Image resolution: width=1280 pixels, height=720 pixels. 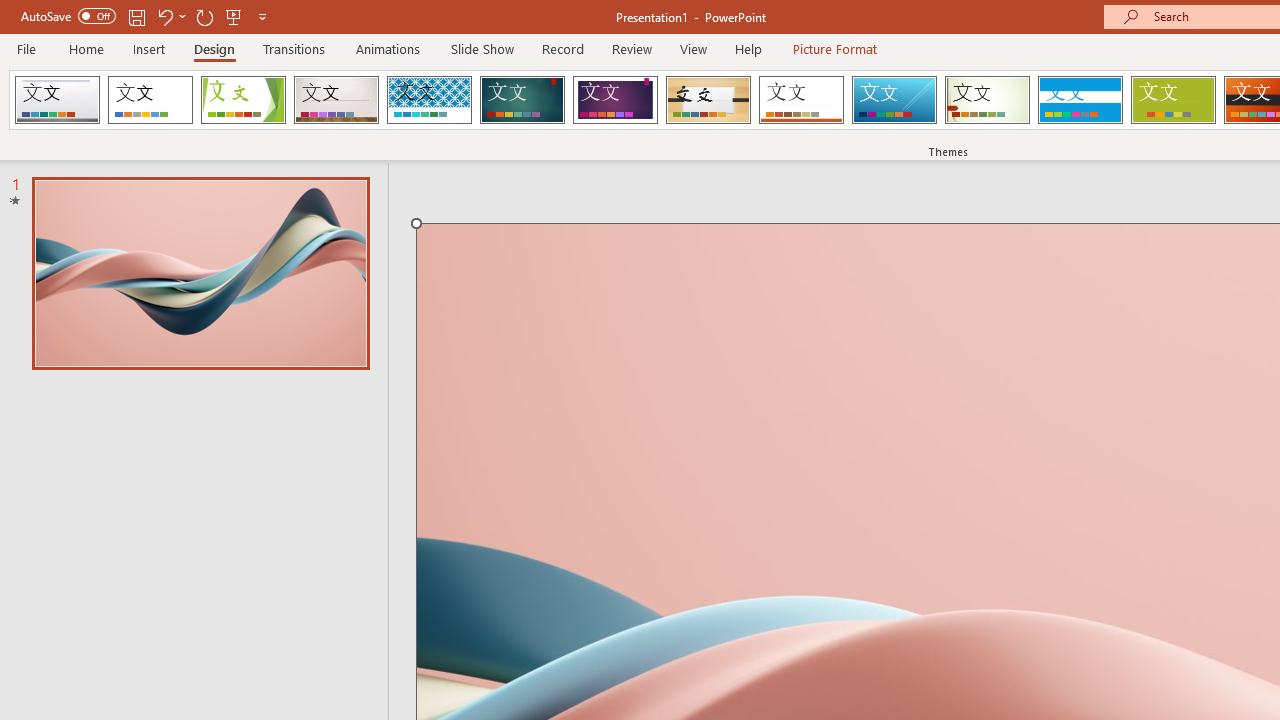 I want to click on 'Slice', so click(x=893, y=100).